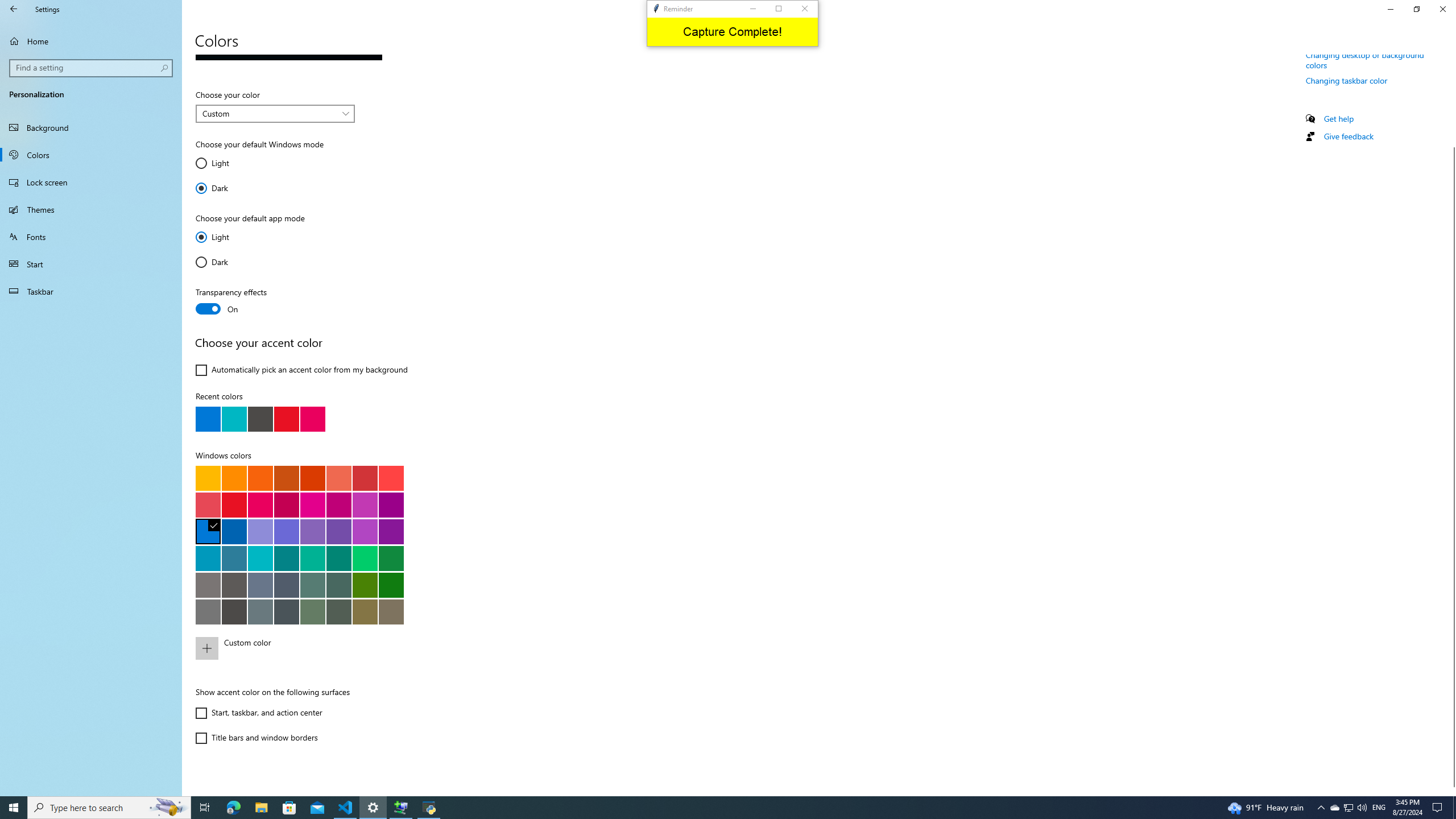 The image size is (1456, 819). I want to click on 'Pale rust', so click(338, 477).